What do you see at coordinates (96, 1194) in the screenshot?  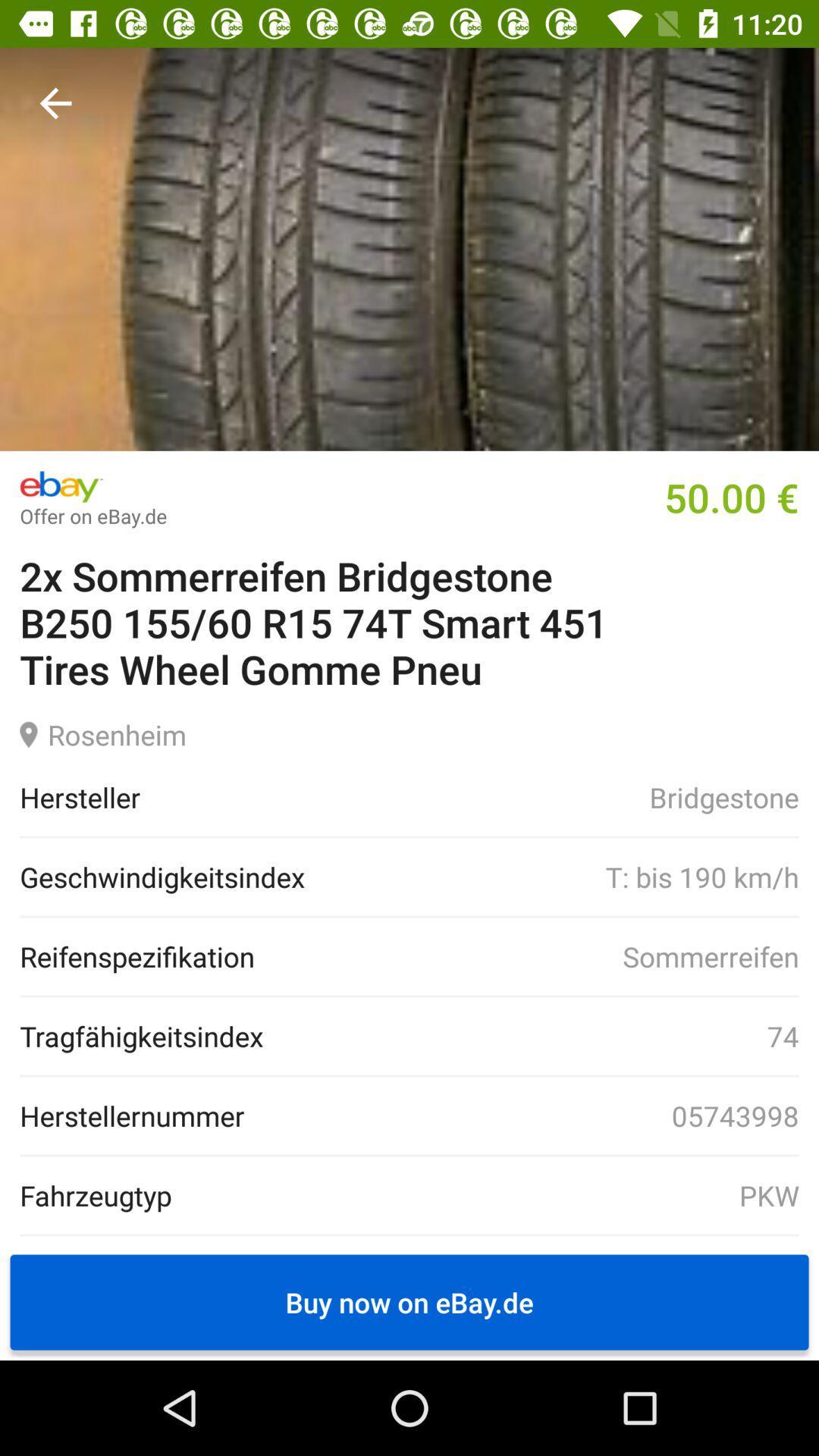 I see `the item next to pkw` at bounding box center [96, 1194].